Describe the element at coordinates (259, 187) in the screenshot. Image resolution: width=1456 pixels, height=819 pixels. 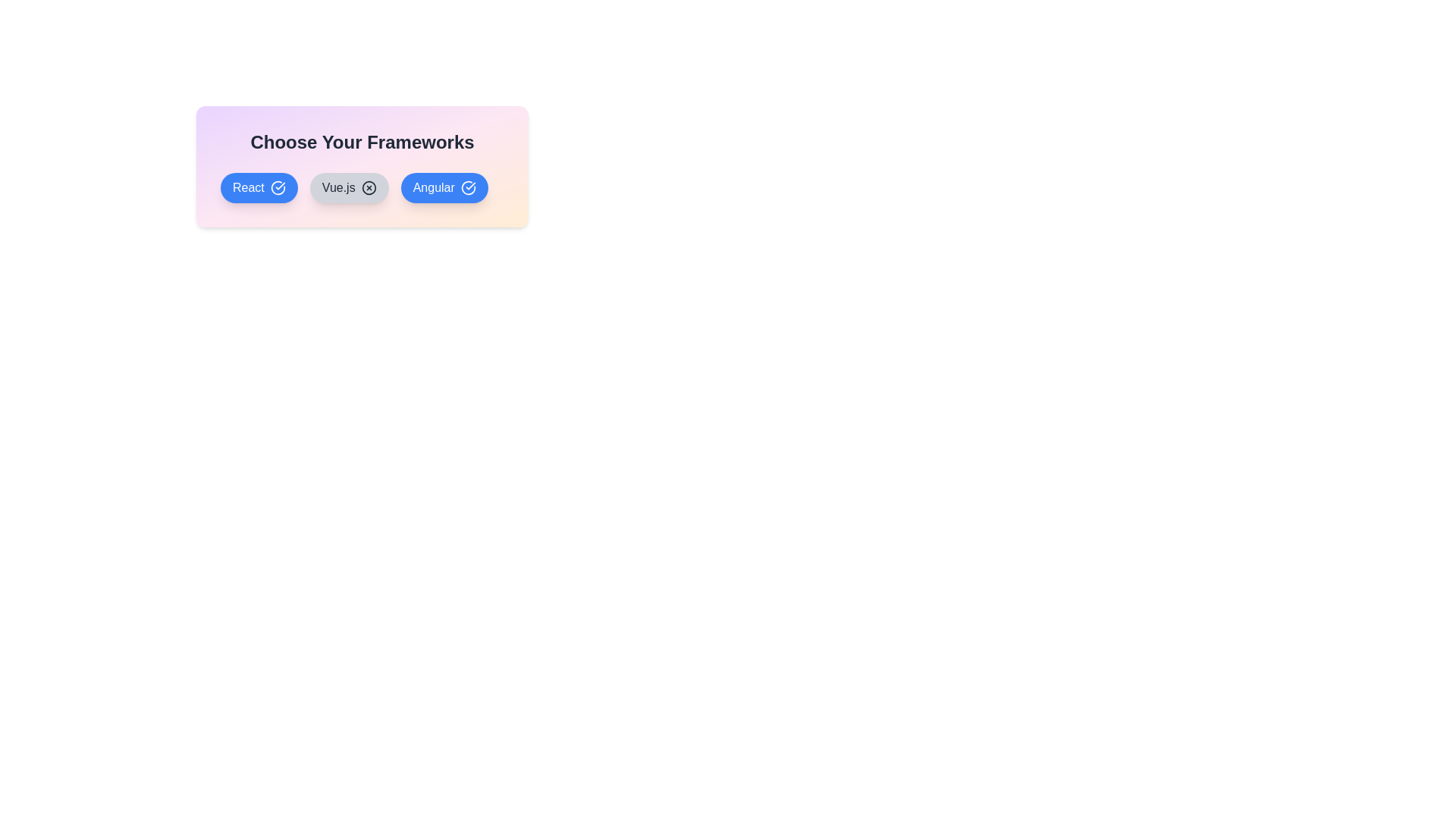
I see `the chip labeled React` at that location.